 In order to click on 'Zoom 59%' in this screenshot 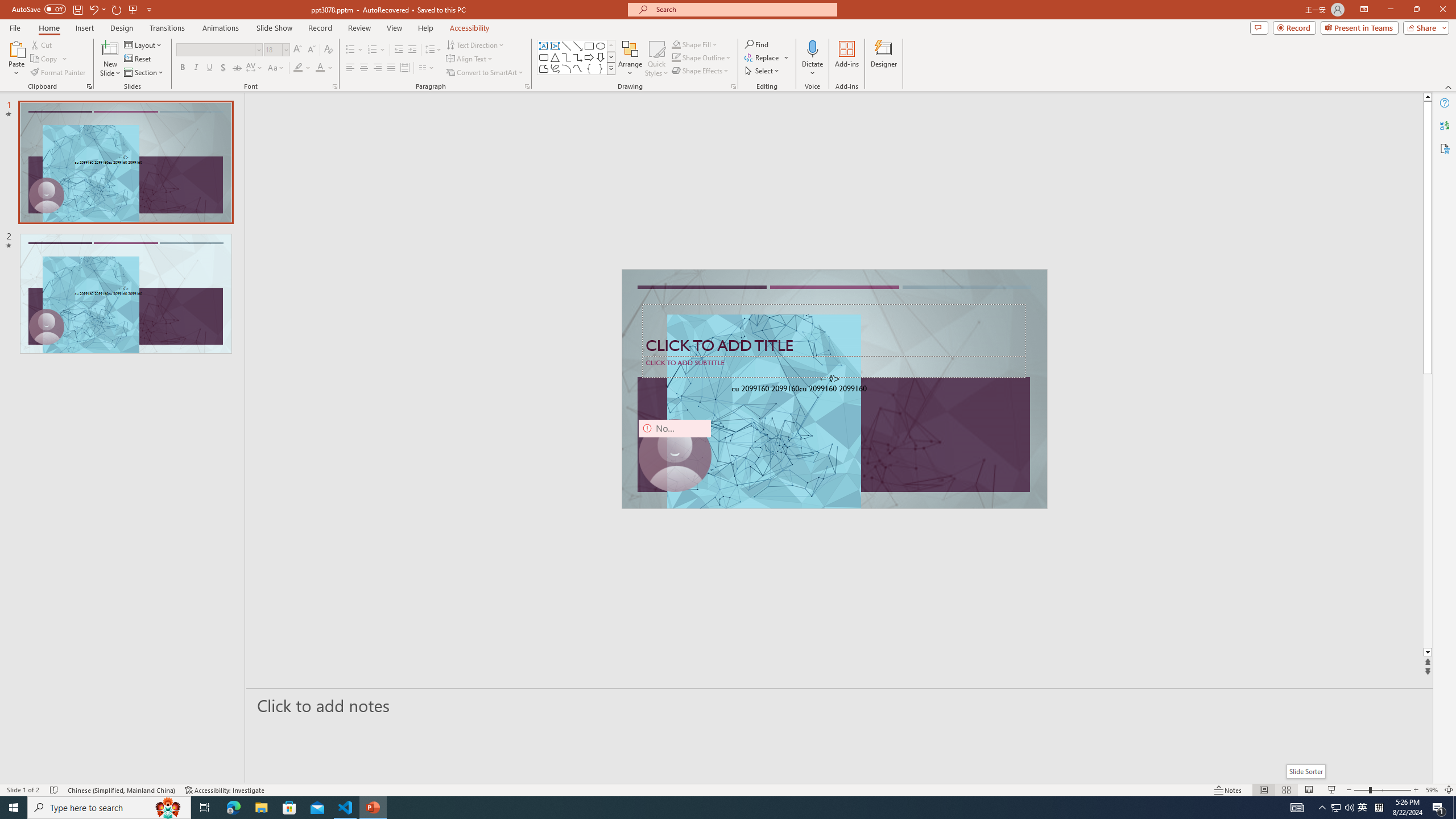, I will do `click(1431, 790)`.